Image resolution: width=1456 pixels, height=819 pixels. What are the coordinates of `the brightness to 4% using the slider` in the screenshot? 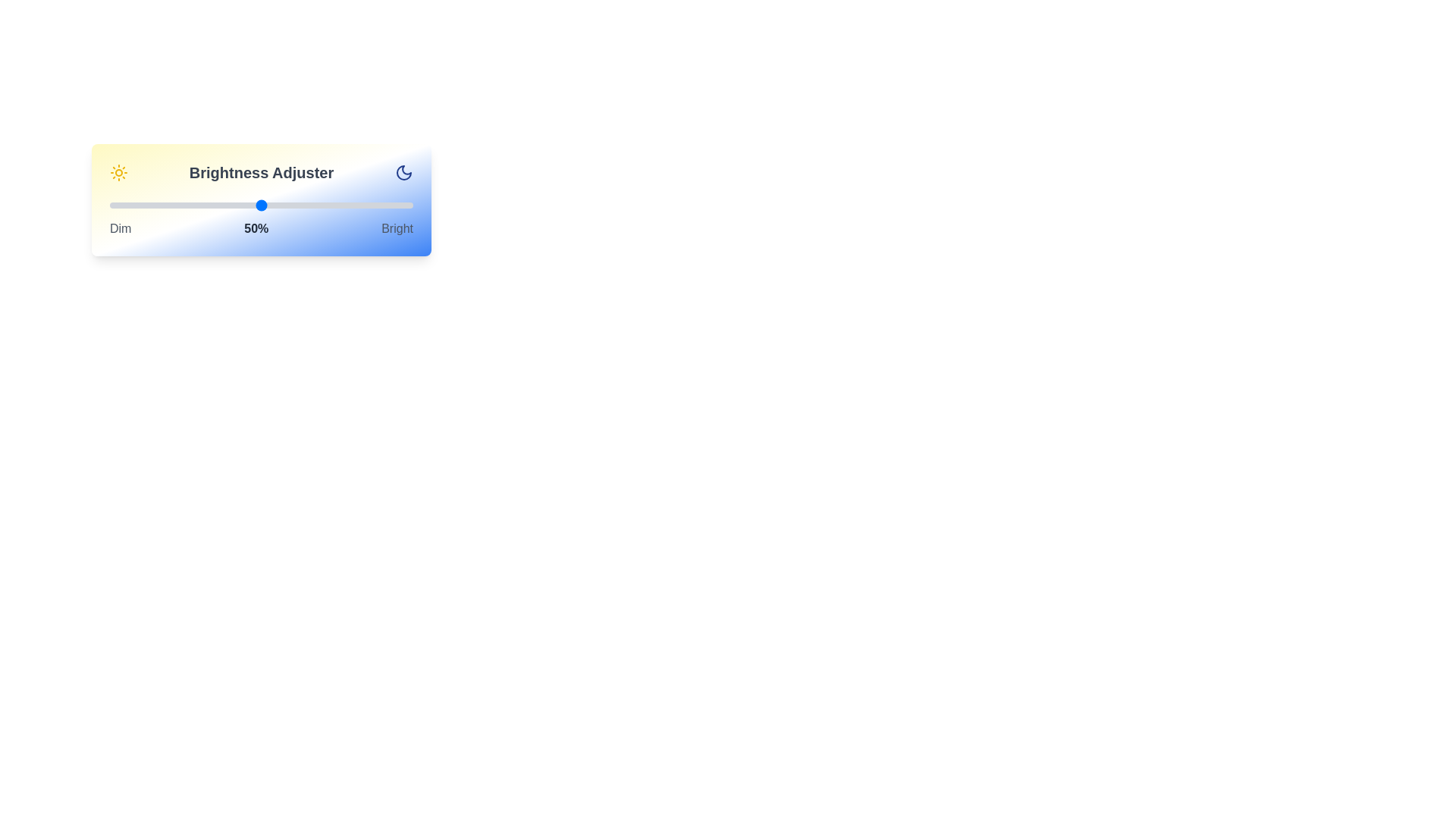 It's located at (122, 205).